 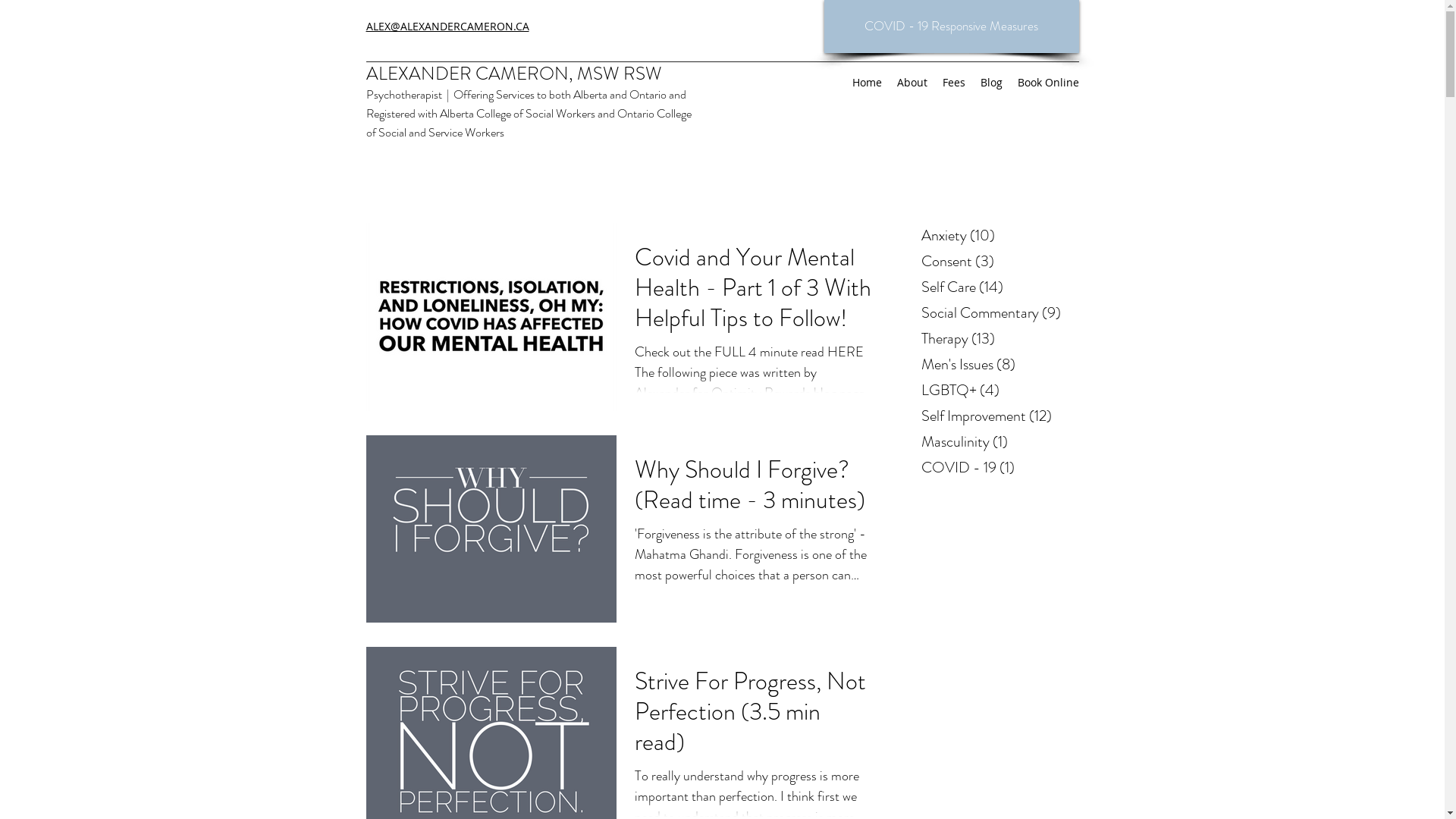 What do you see at coordinates (997, 365) in the screenshot?
I see `'Men's Issues (8)'` at bounding box center [997, 365].